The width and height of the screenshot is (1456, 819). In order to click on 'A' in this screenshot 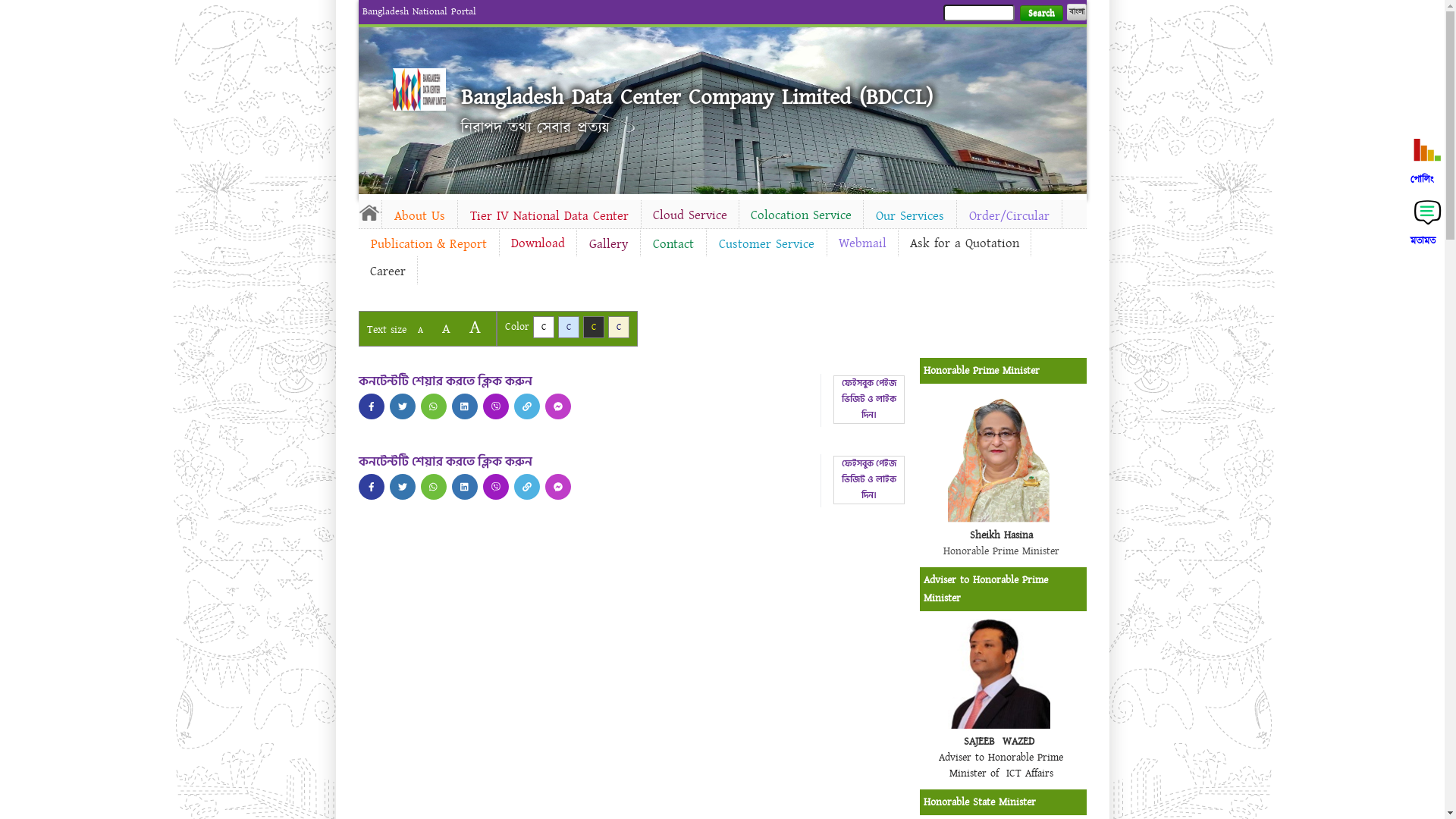, I will do `click(444, 328)`.